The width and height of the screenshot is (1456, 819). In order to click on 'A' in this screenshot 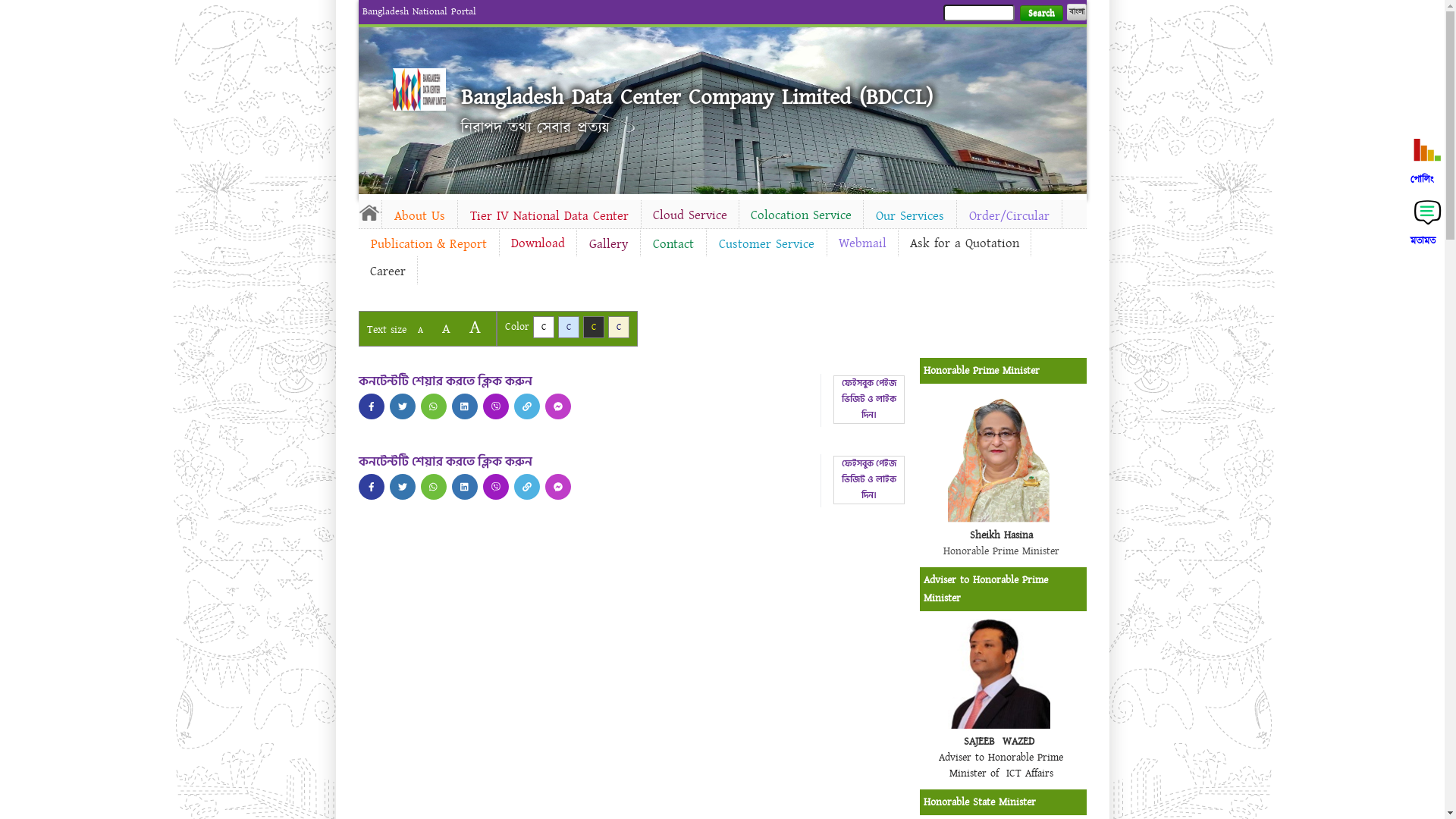, I will do `click(444, 328)`.